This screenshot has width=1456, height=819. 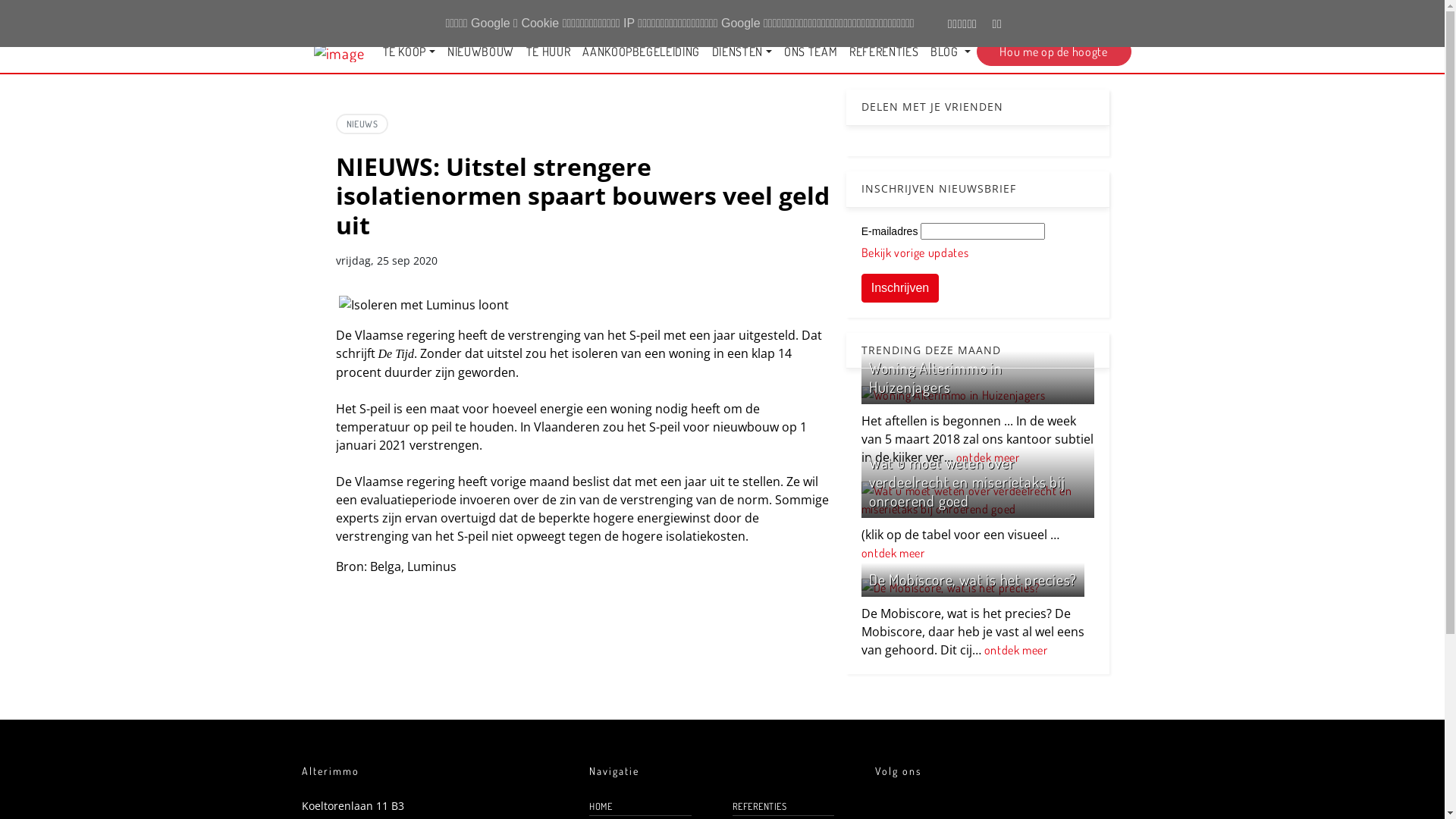 What do you see at coordinates (640, 805) in the screenshot?
I see `'HOME'` at bounding box center [640, 805].